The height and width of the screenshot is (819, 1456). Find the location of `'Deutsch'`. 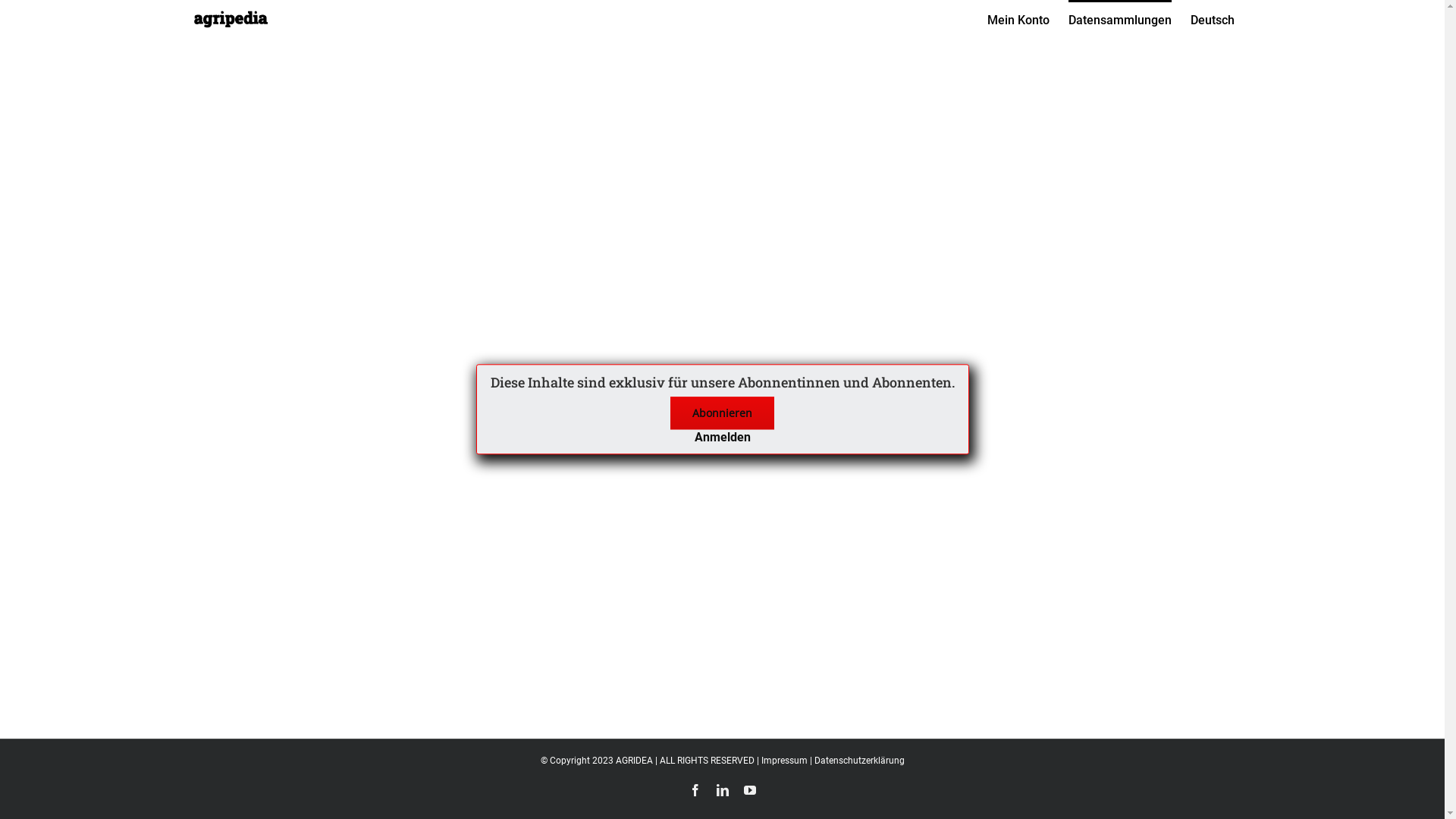

'Deutsch' is located at coordinates (1211, 18).